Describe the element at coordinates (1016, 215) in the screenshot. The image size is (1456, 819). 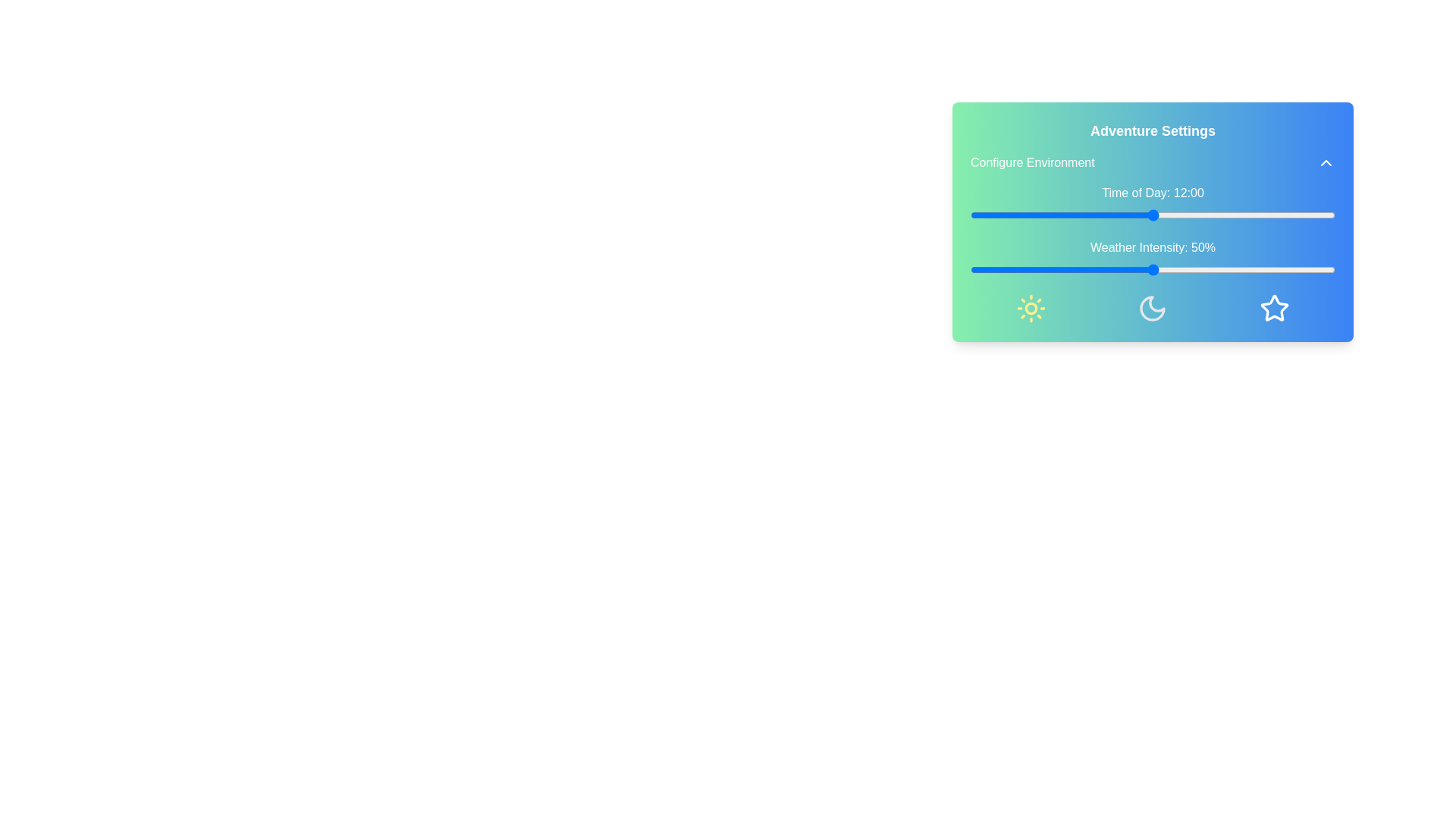
I see `the 'Time of Day' slider to 3 hours` at that location.